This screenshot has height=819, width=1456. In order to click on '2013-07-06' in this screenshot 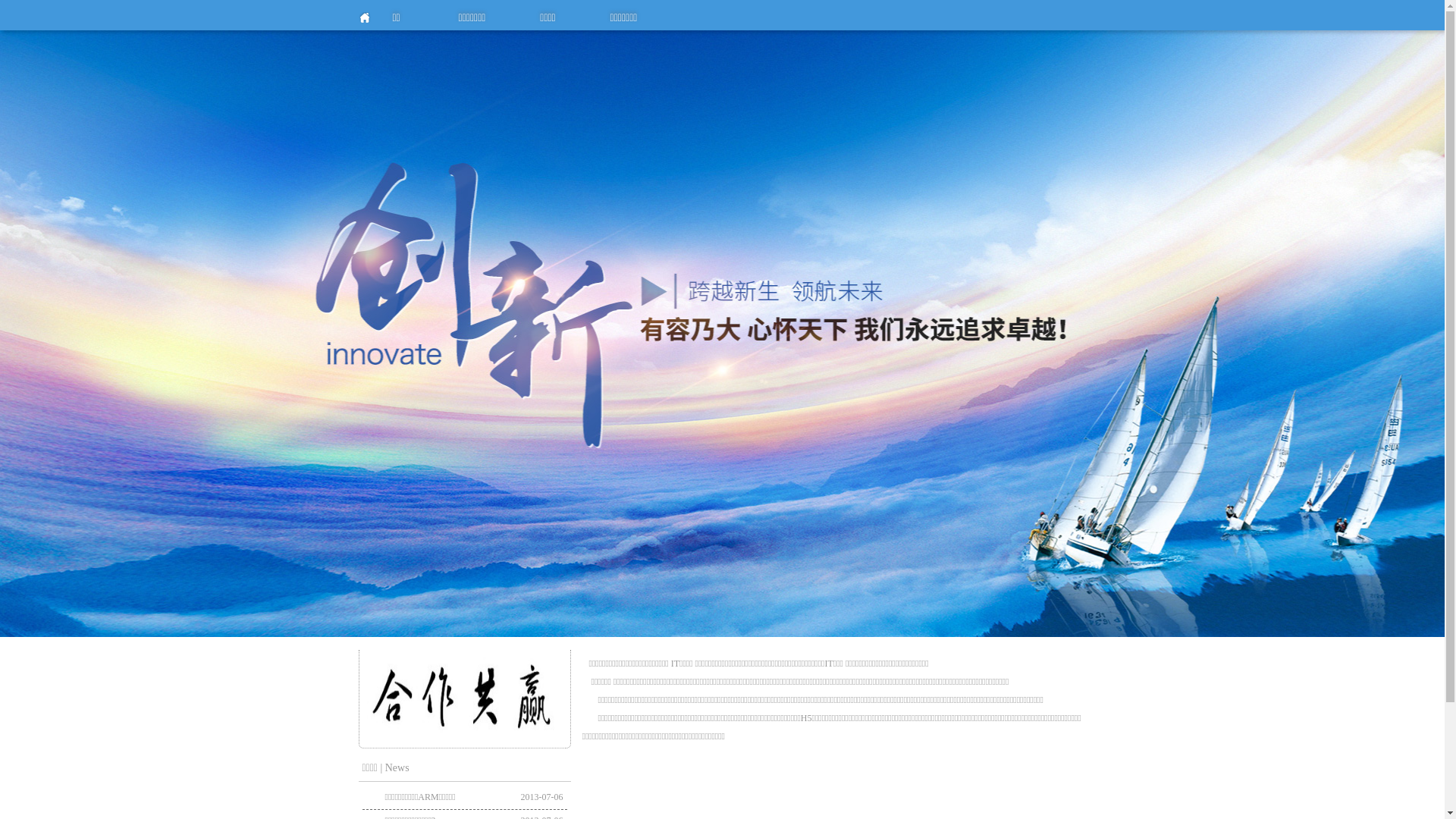, I will do `click(520, 796)`.